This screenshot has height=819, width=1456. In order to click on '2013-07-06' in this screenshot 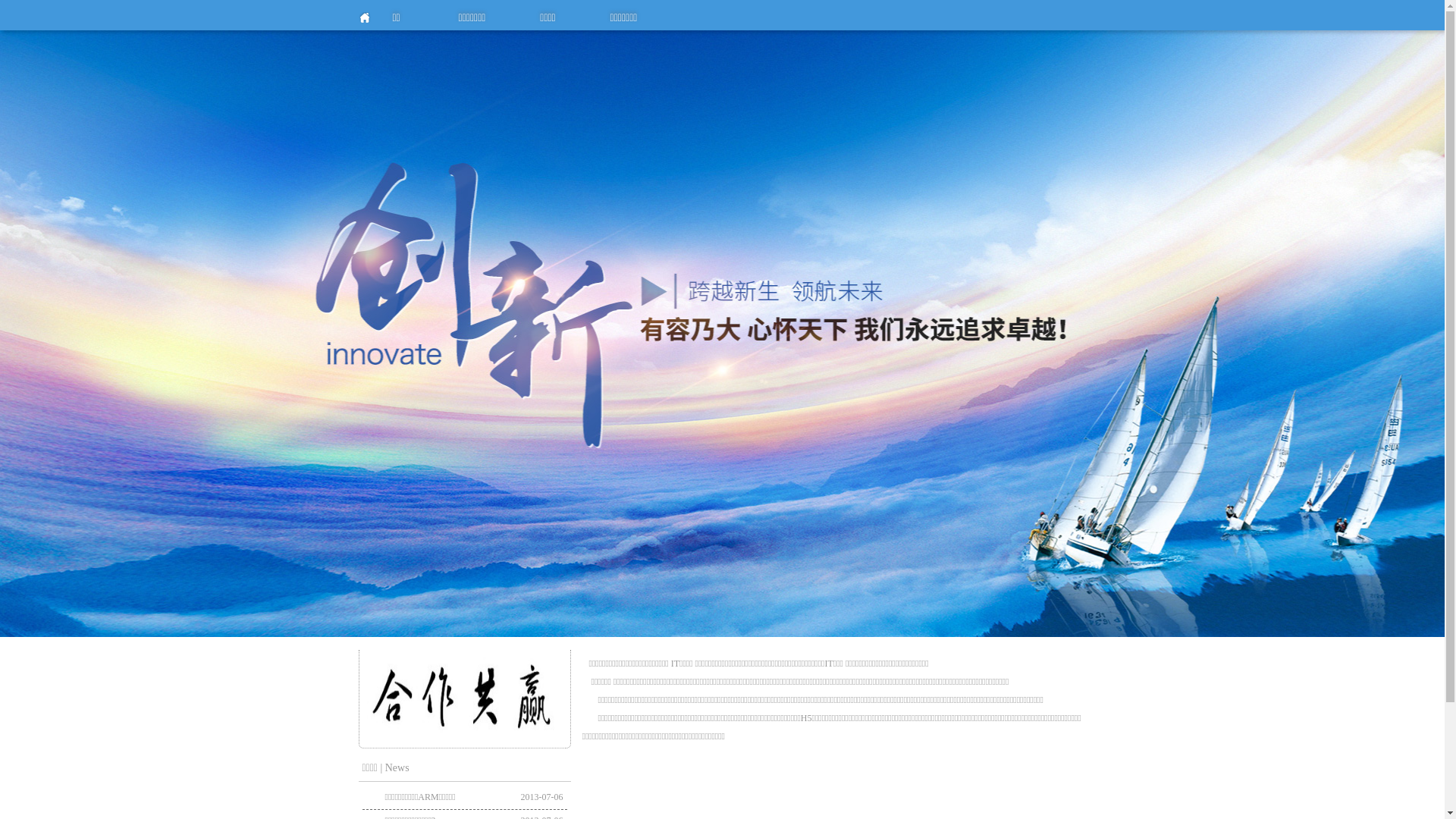, I will do `click(520, 796)`.